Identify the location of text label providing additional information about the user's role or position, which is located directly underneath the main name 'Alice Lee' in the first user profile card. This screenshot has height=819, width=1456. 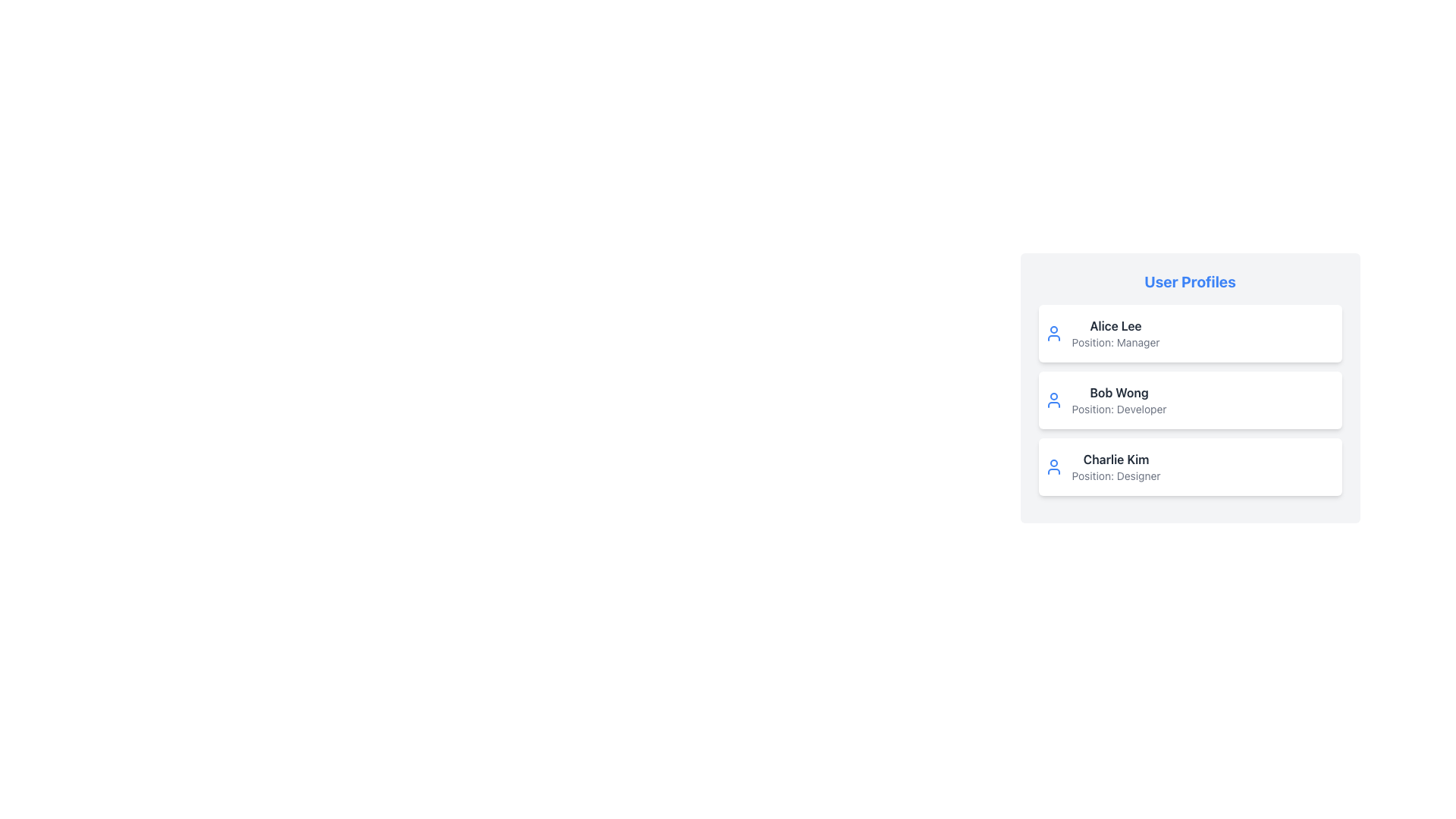
(1116, 342).